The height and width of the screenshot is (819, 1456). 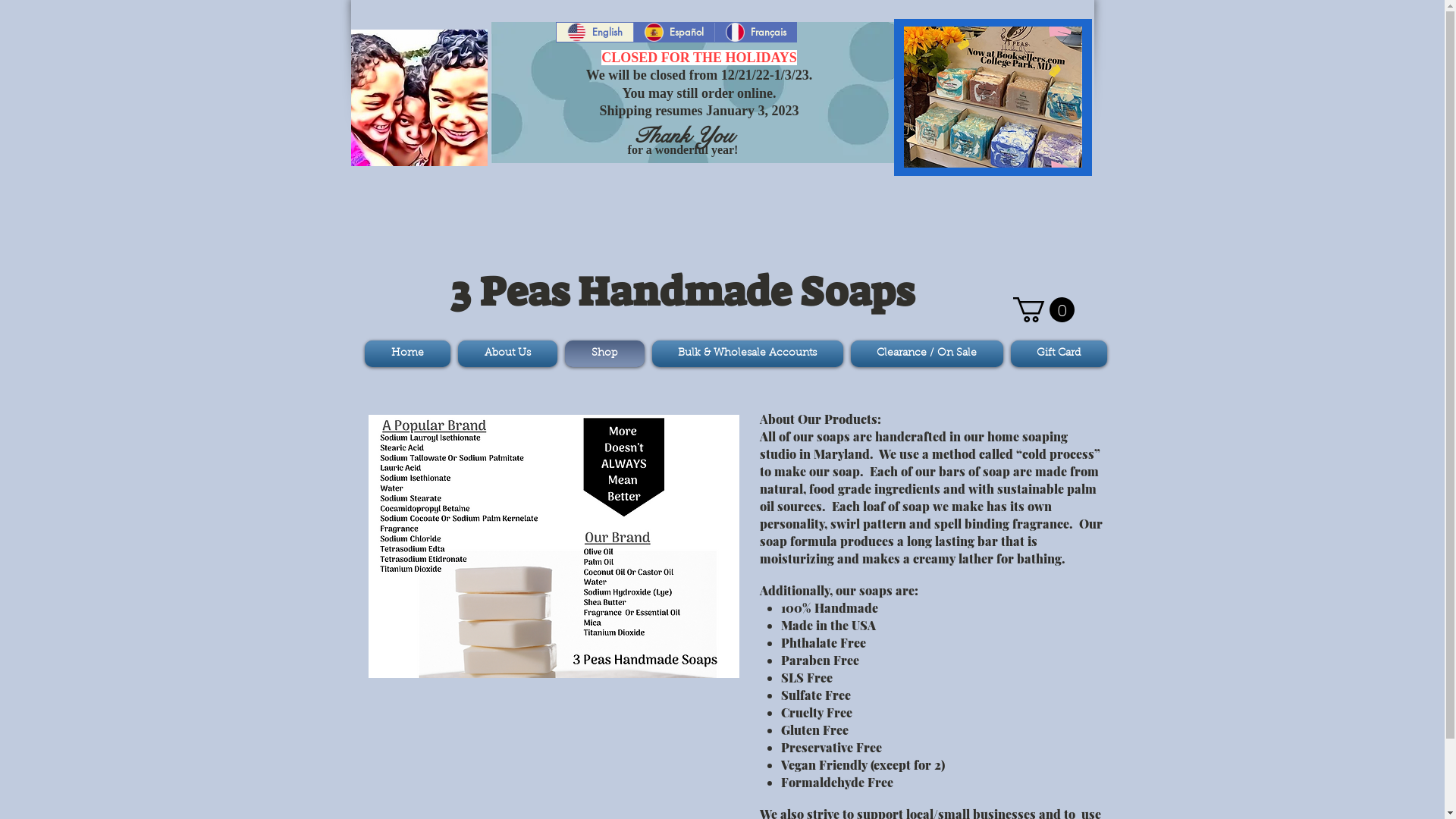 What do you see at coordinates (925, 353) in the screenshot?
I see `'Clearance / On Sale'` at bounding box center [925, 353].